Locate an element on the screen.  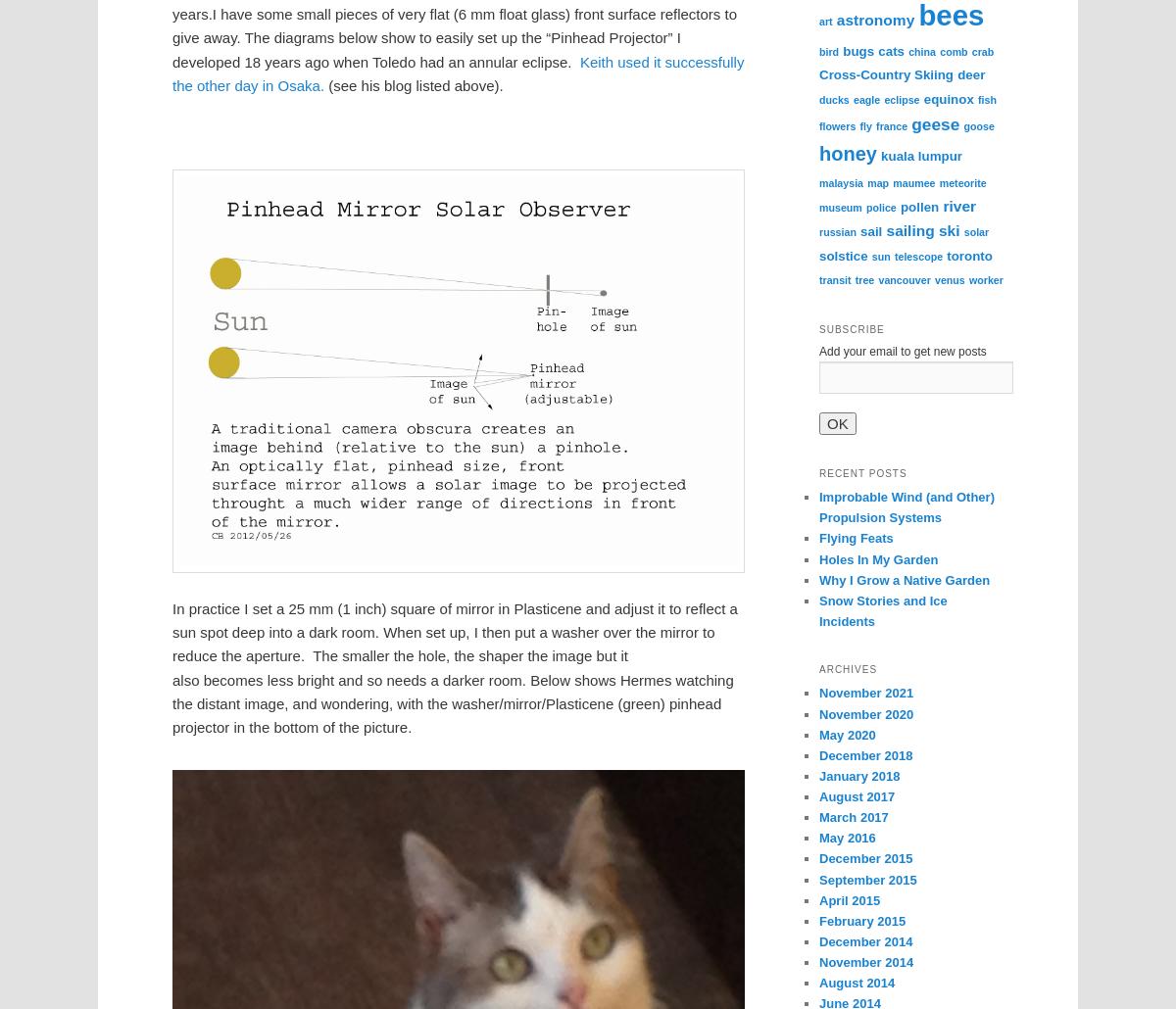
'telescope' is located at coordinates (917, 255).